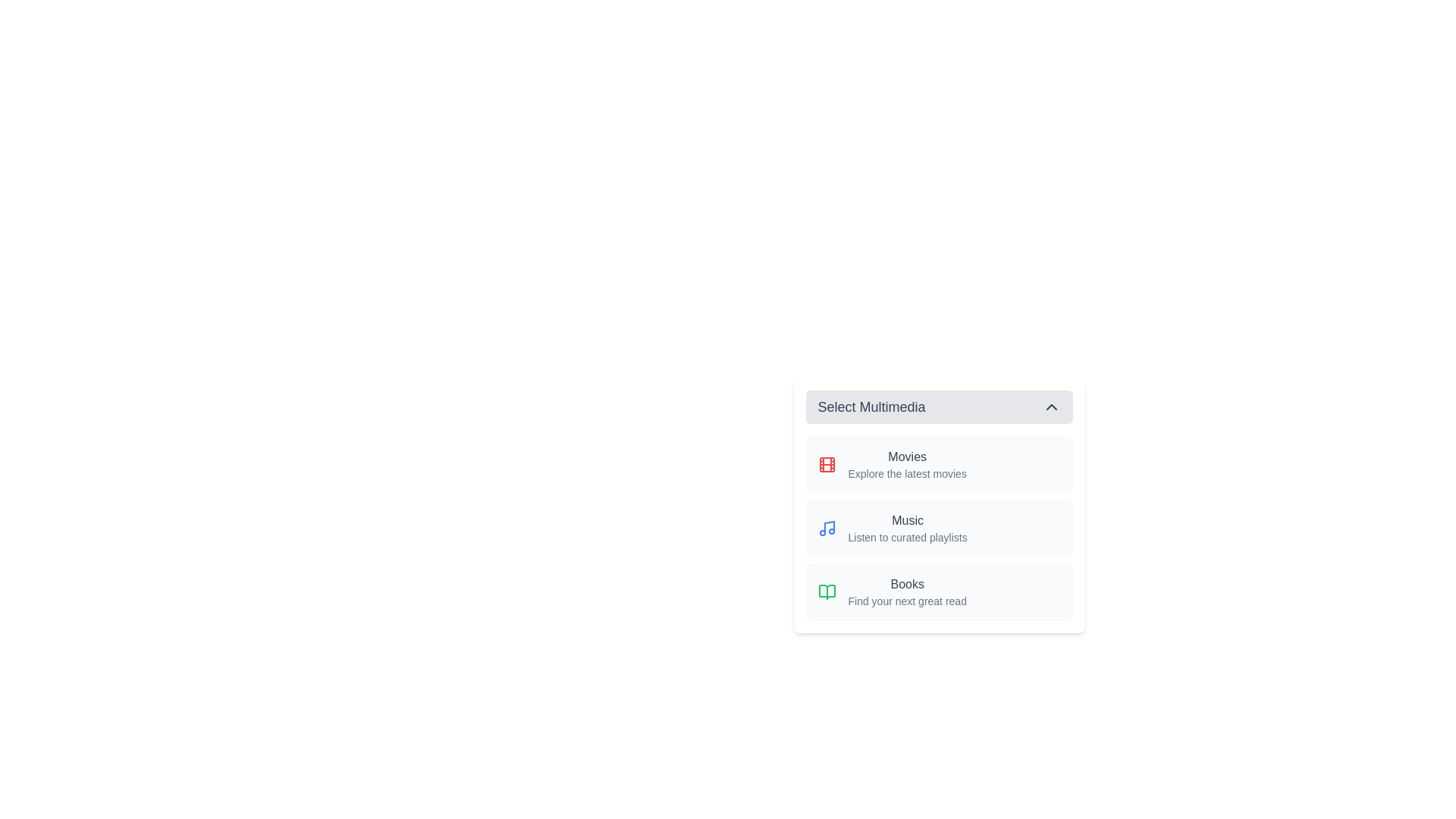 Image resolution: width=1456 pixels, height=819 pixels. Describe the element at coordinates (907, 472) in the screenshot. I see `the Static Text Description located beneath the 'Movies' title in the 'Select Multimedia' section` at that location.